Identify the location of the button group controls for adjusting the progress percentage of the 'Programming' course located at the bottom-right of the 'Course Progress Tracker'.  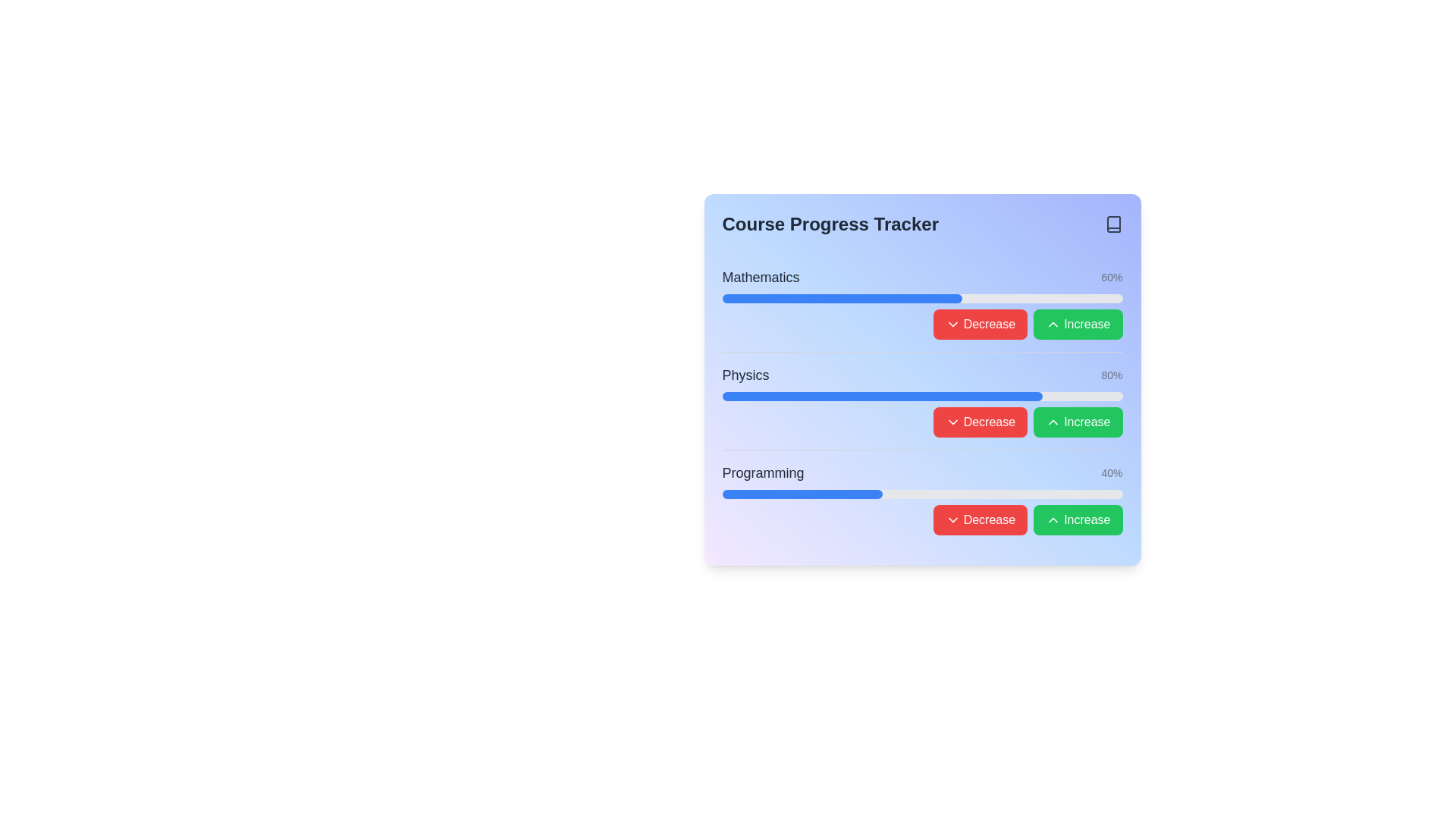
(921, 519).